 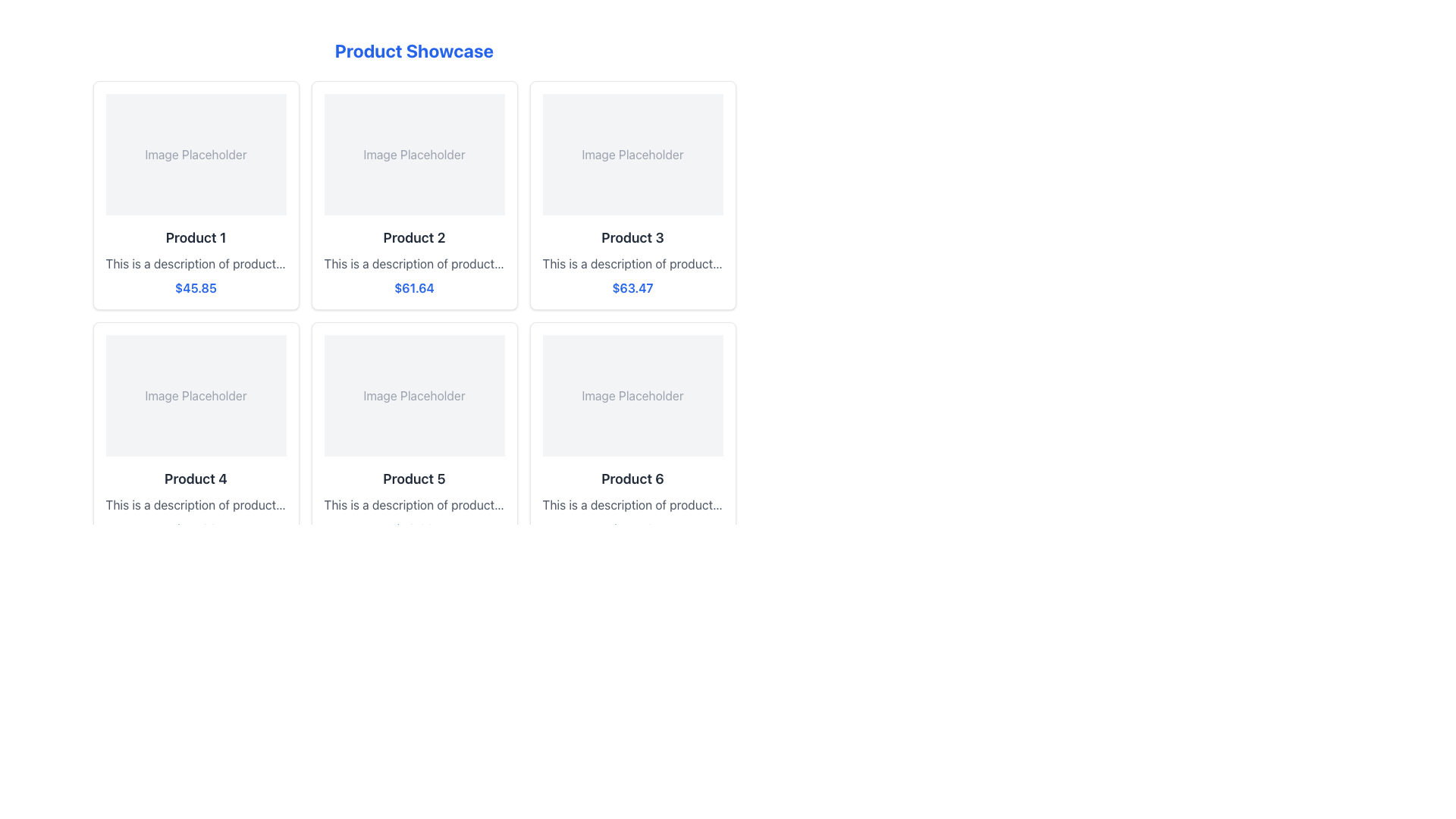 I want to click on the text label displaying 'Product 3', which is styled in a large, bold, dark gray font and aligned to the left, located between the image placeholder and the description text, so click(x=632, y=237).